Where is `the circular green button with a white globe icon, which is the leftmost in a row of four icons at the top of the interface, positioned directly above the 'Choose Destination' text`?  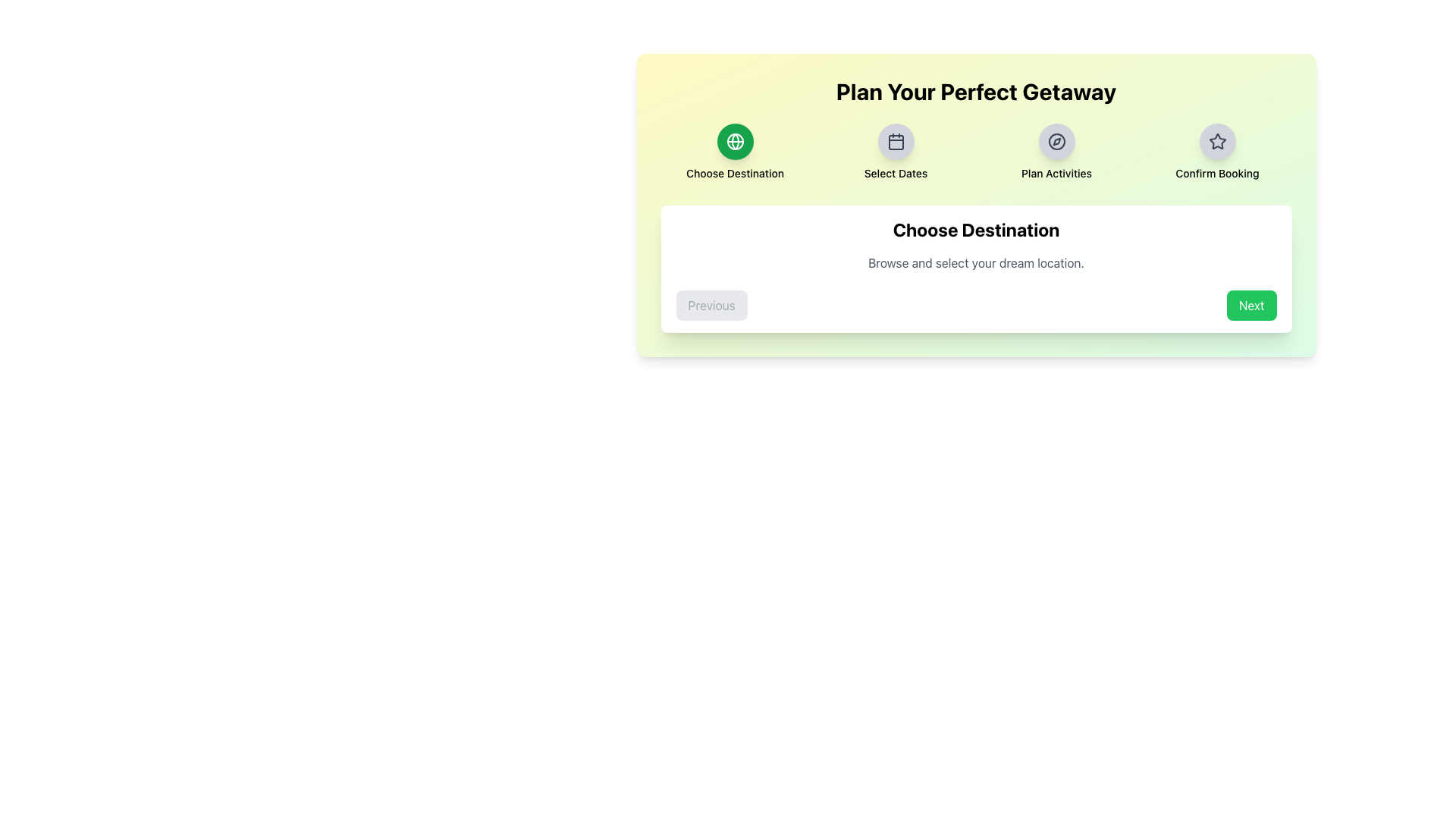 the circular green button with a white globe icon, which is the leftmost in a row of four icons at the top of the interface, positioned directly above the 'Choose Destination' text is located at coordinates (735, 141).